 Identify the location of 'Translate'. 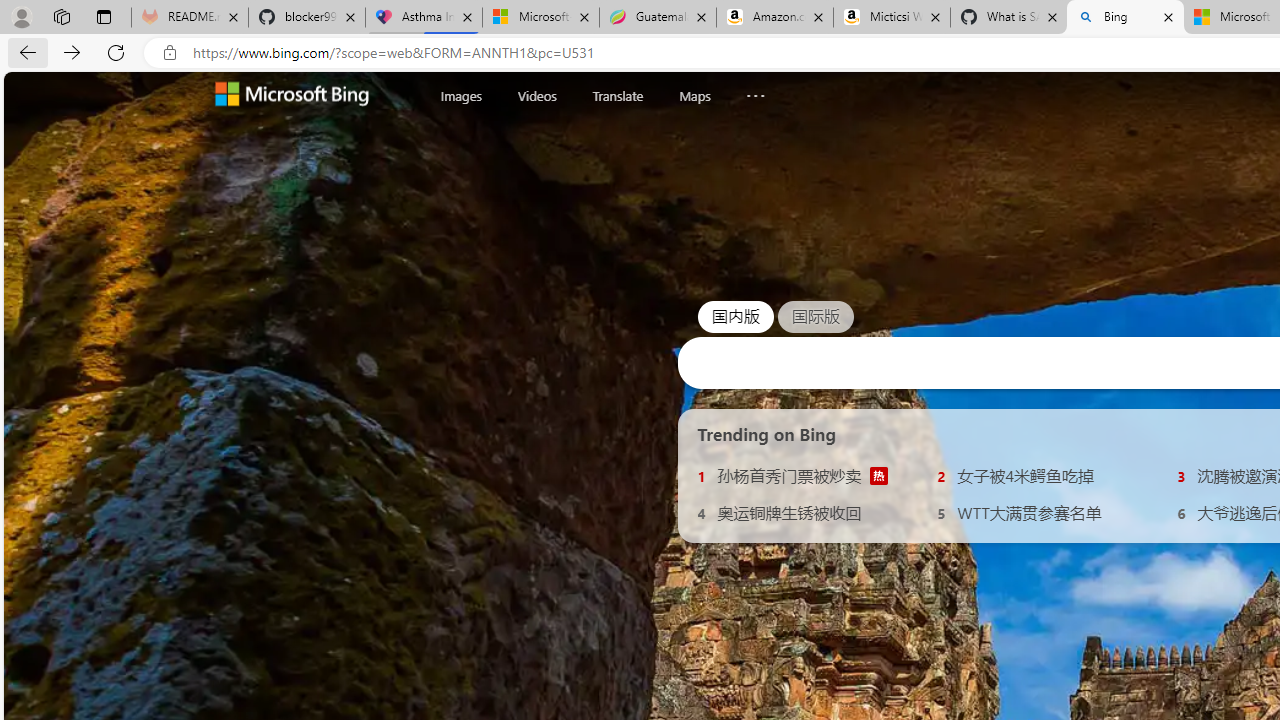
(616, 95).